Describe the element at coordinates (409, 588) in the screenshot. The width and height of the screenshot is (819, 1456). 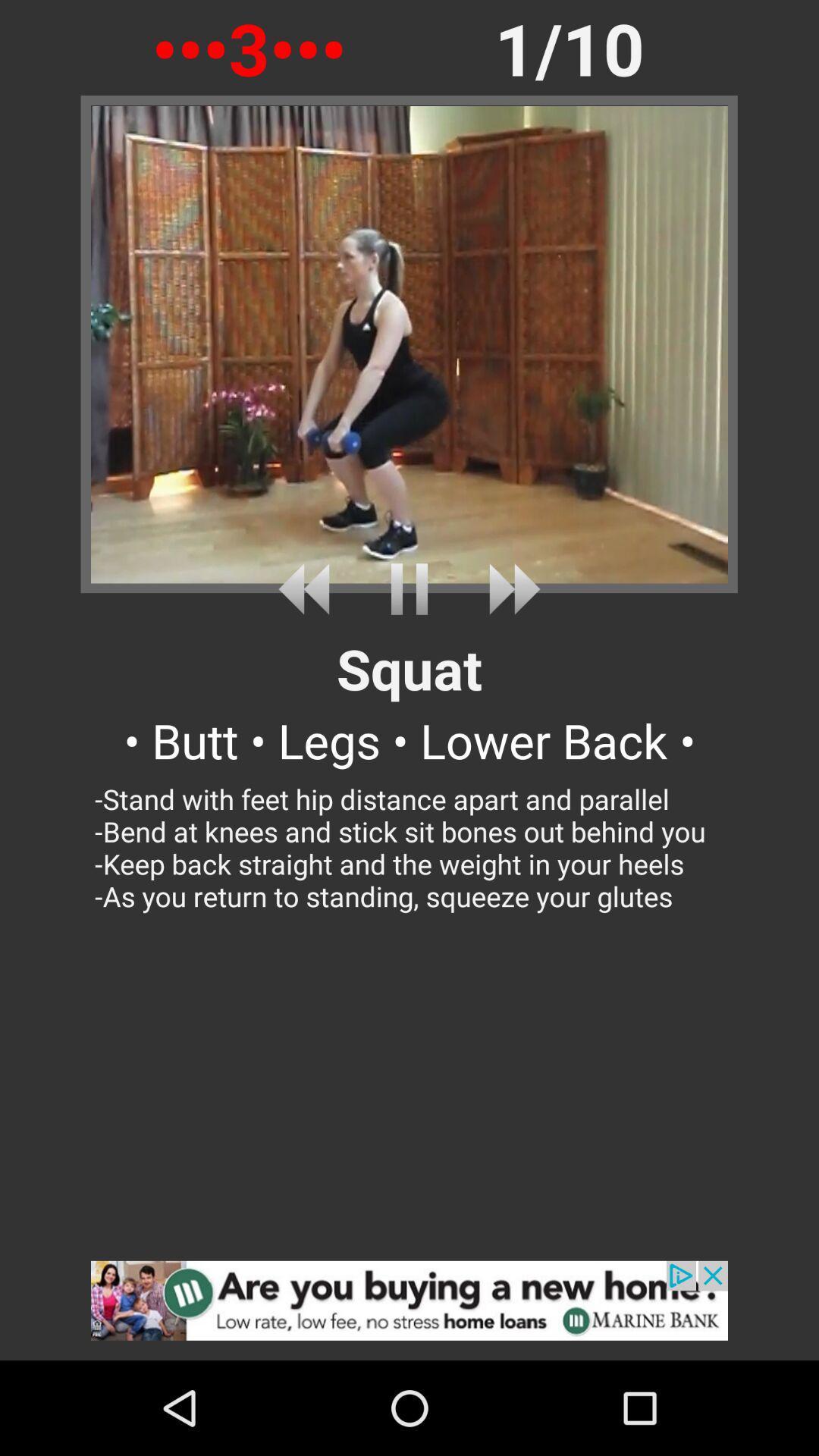
I see `pause` at that location.